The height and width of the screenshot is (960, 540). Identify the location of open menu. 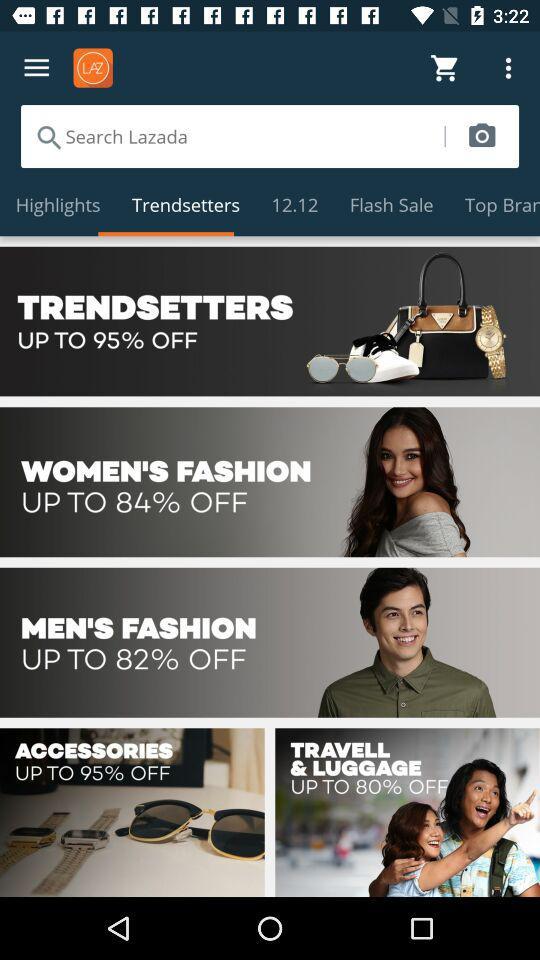
(36, 68).